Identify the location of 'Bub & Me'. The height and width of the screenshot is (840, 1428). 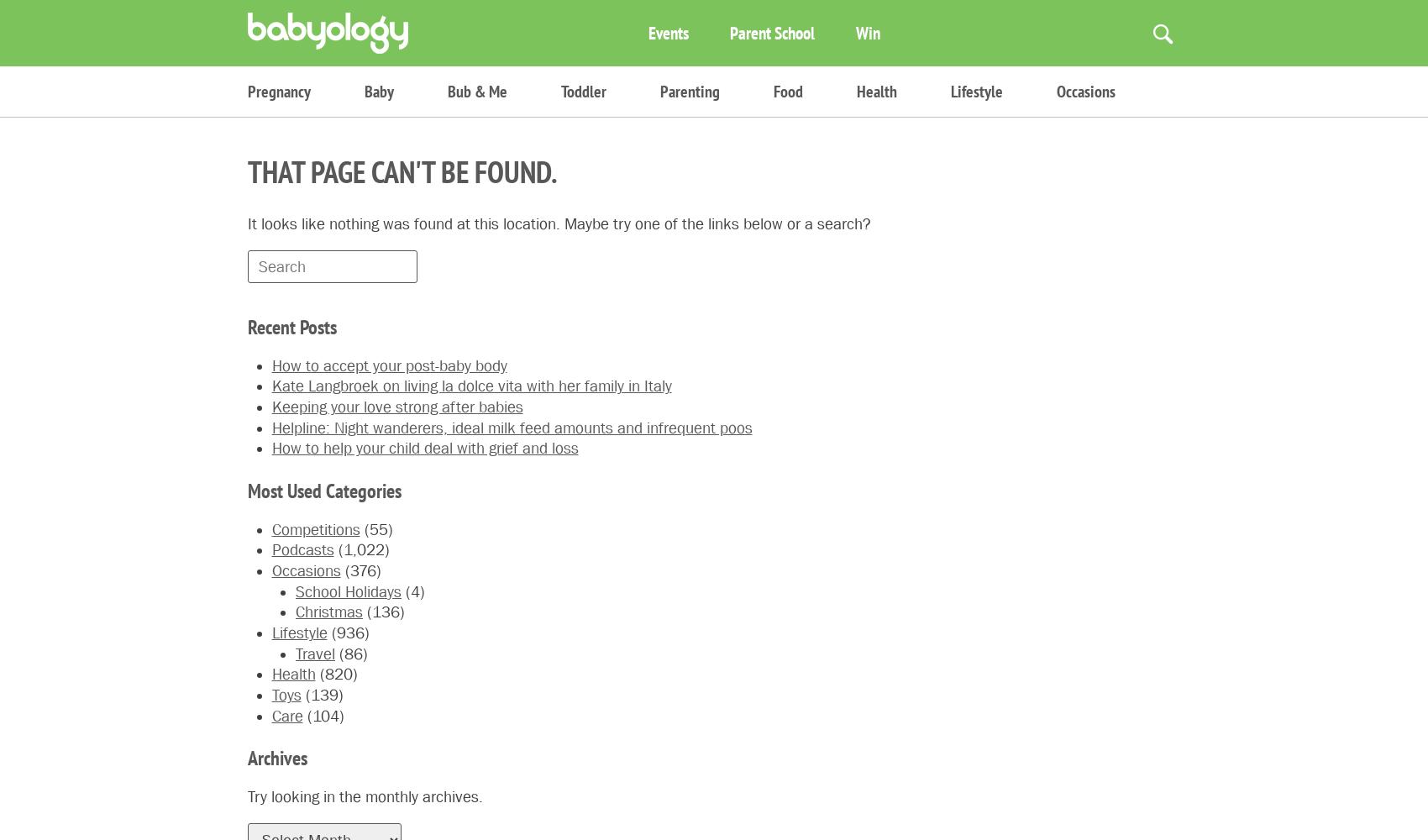
(476, 91).